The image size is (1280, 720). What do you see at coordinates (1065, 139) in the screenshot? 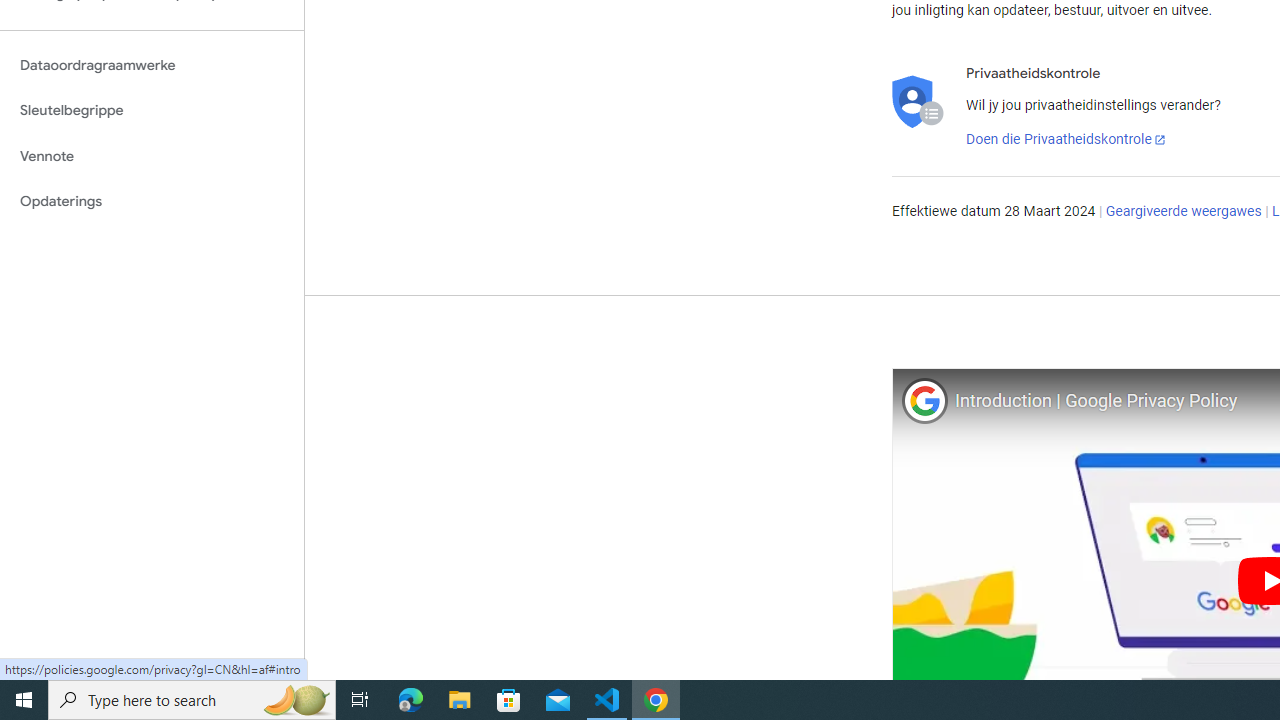
I see `'Doen die Privaatheidskontrole'` at bounding box center [1065, 139].